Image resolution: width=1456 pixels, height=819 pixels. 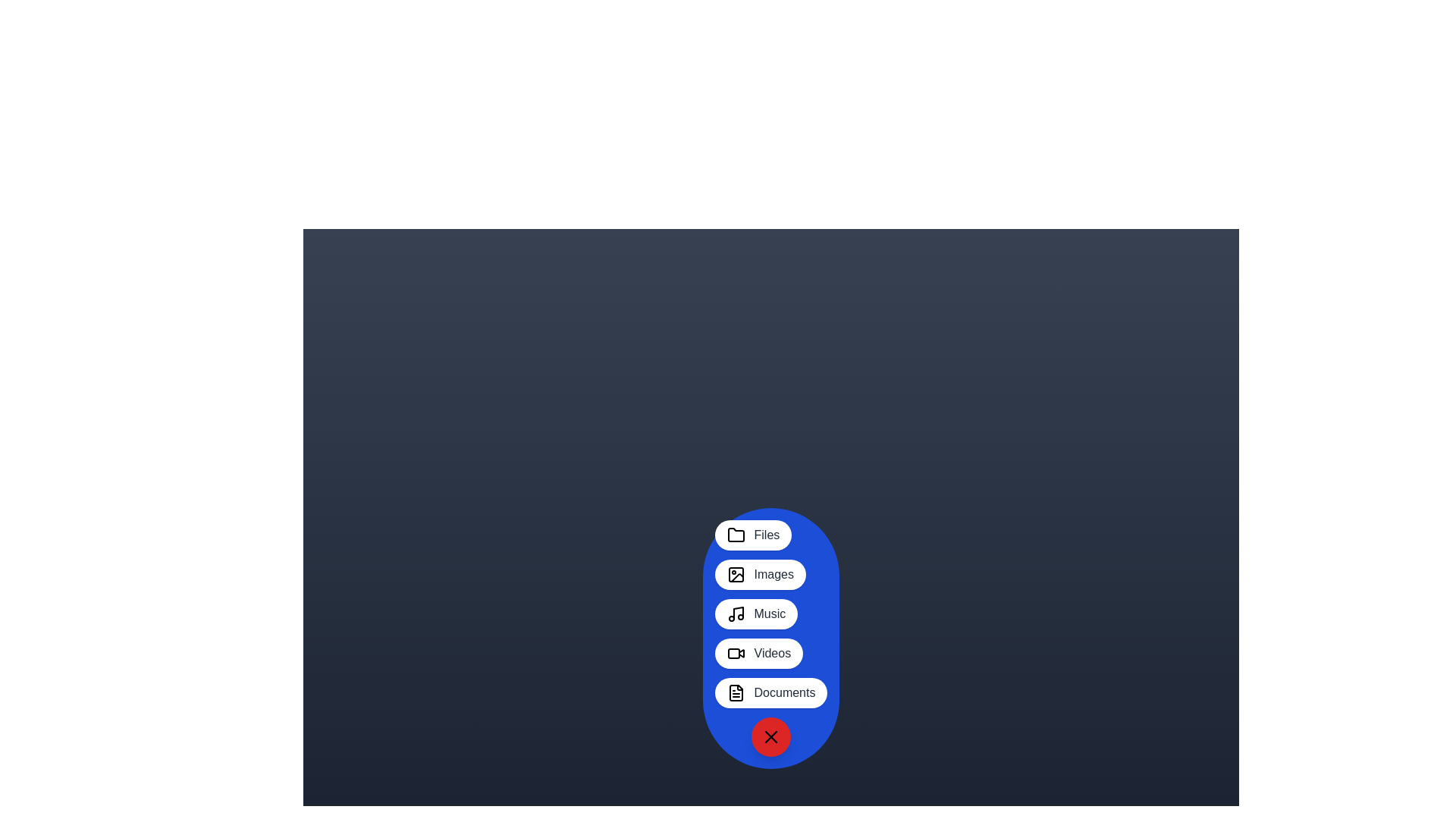 What do you see at coordinates (759, 652) in the screenshot?
I see `the button labeled 'Videos' to observe its hover effect` at bounding box center [759, 652].